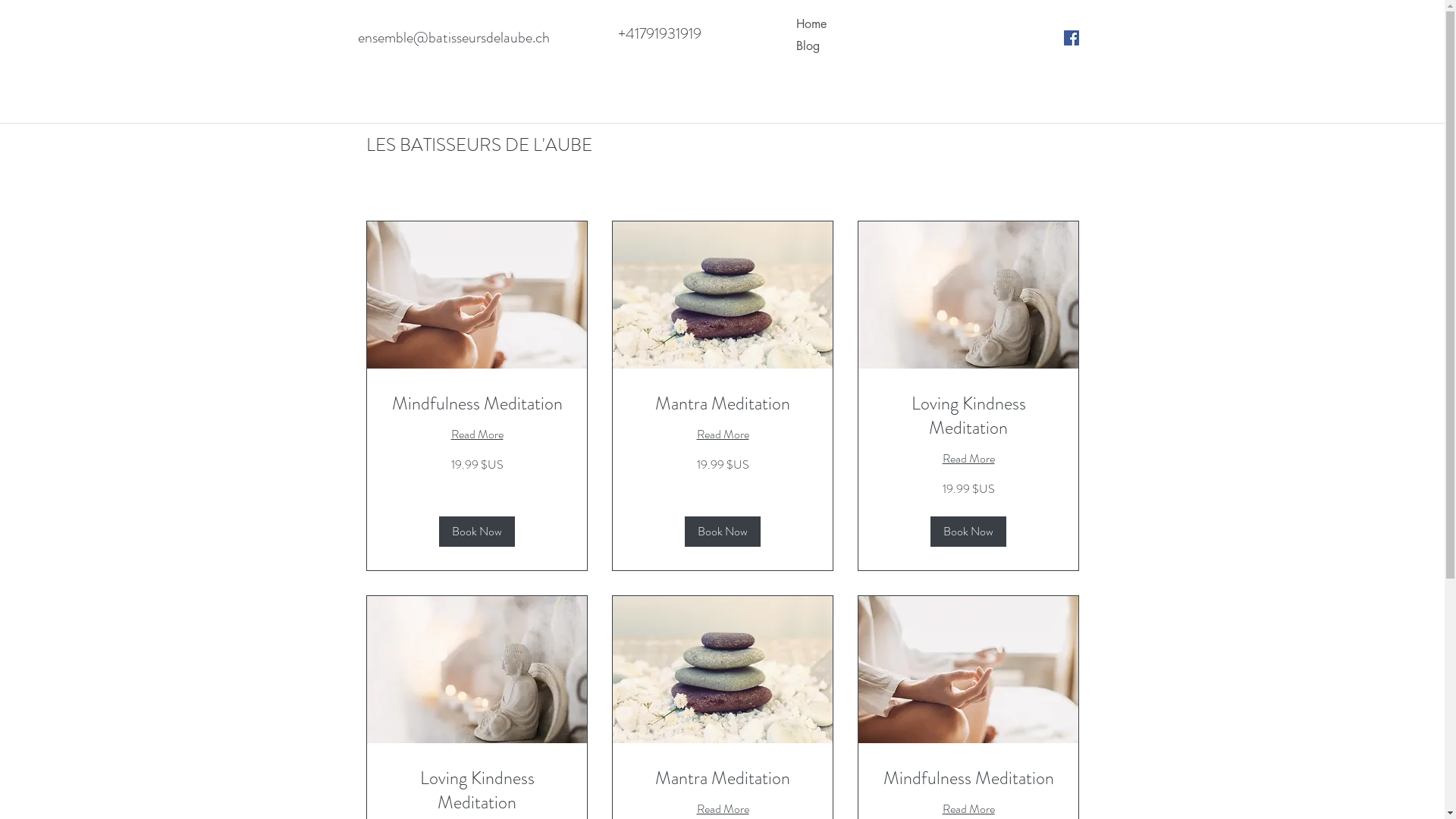  I want to click on 'ensemble@batisseursdelaube.ch', so click(453, 36).